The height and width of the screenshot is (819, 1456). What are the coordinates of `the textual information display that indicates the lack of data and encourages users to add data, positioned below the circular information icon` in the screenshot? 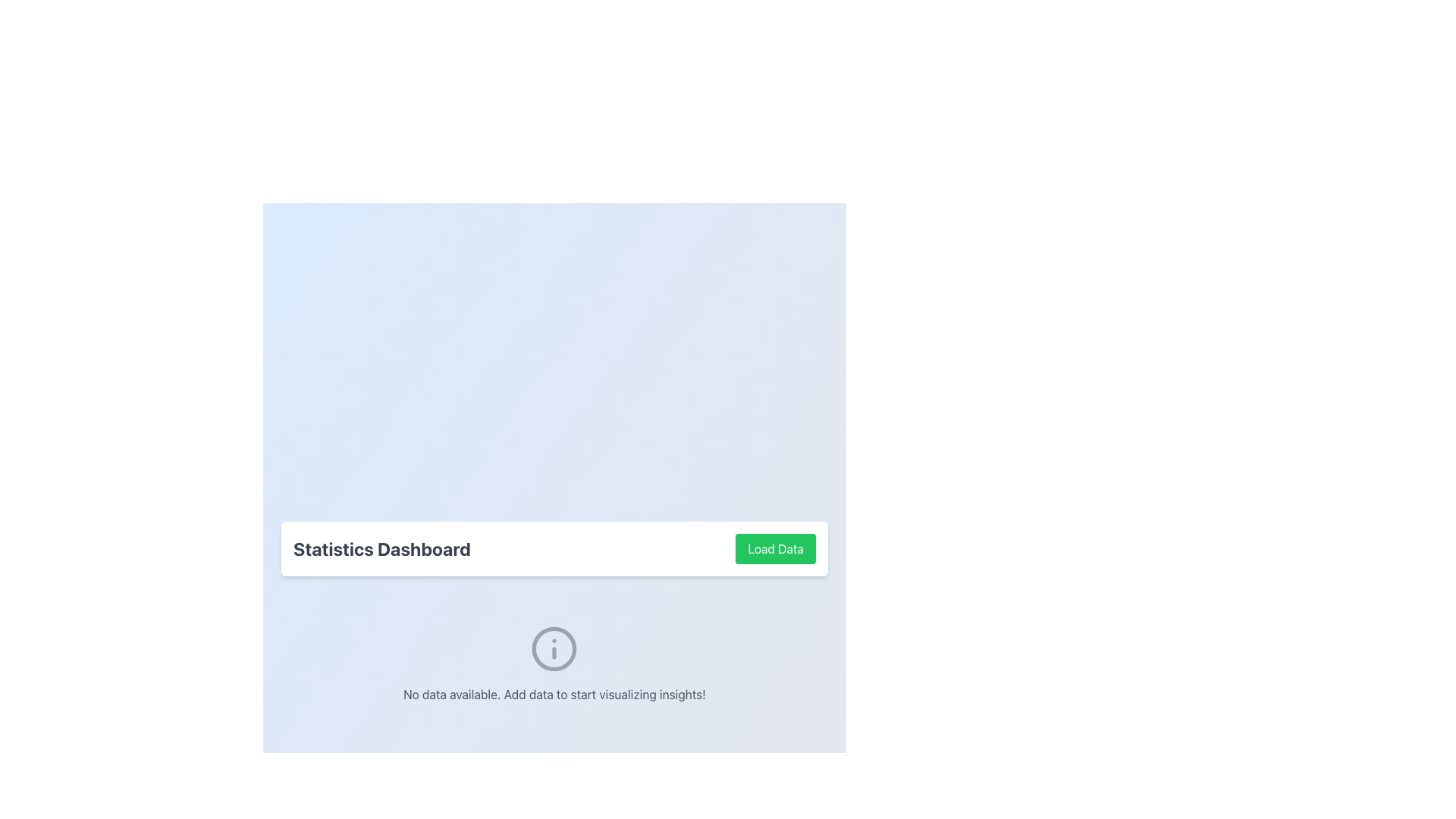 It's located at (554, 694).